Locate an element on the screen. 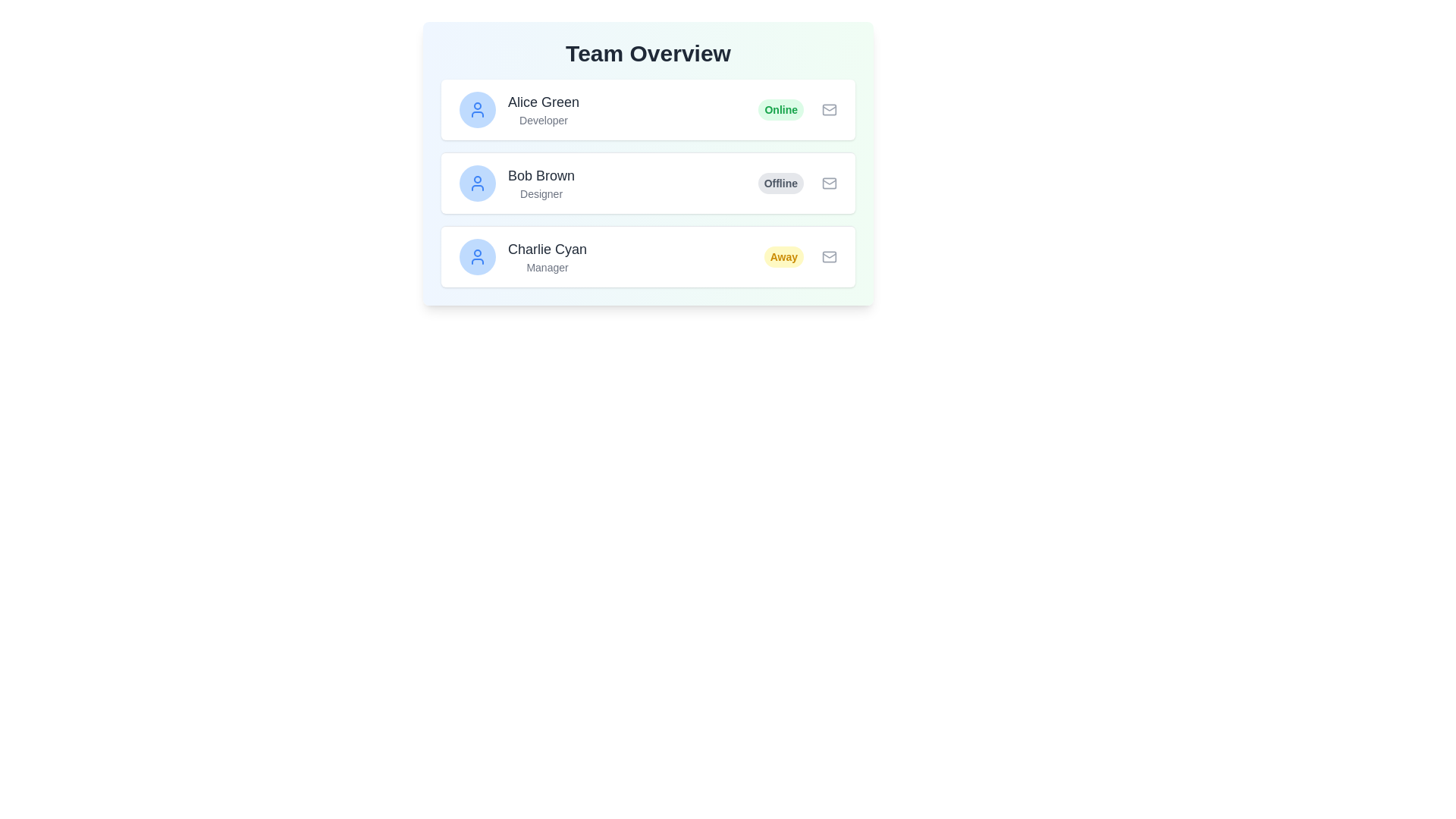 The width and height of the screenshot is (1456, 819). the user's name text label located at the top of the first highlighted profile card under the 'Team Overview' heading is located at coordinates (543, 102).